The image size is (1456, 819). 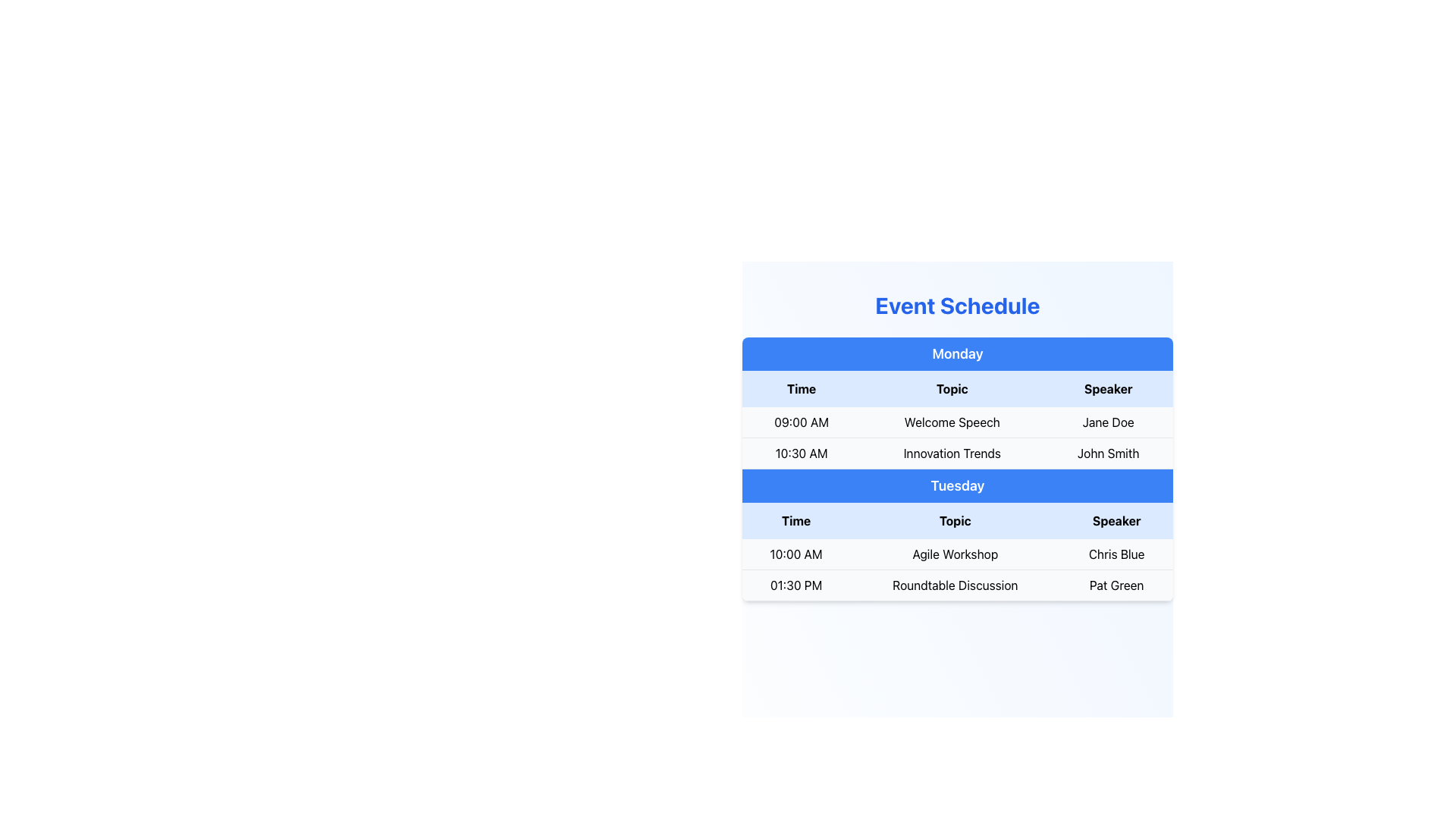 I want to click on the text label element displaying 'Roundtable Discussion' within the 'Tuesday' section of the 'Event Schedule' table, so click(x=954, y=584).